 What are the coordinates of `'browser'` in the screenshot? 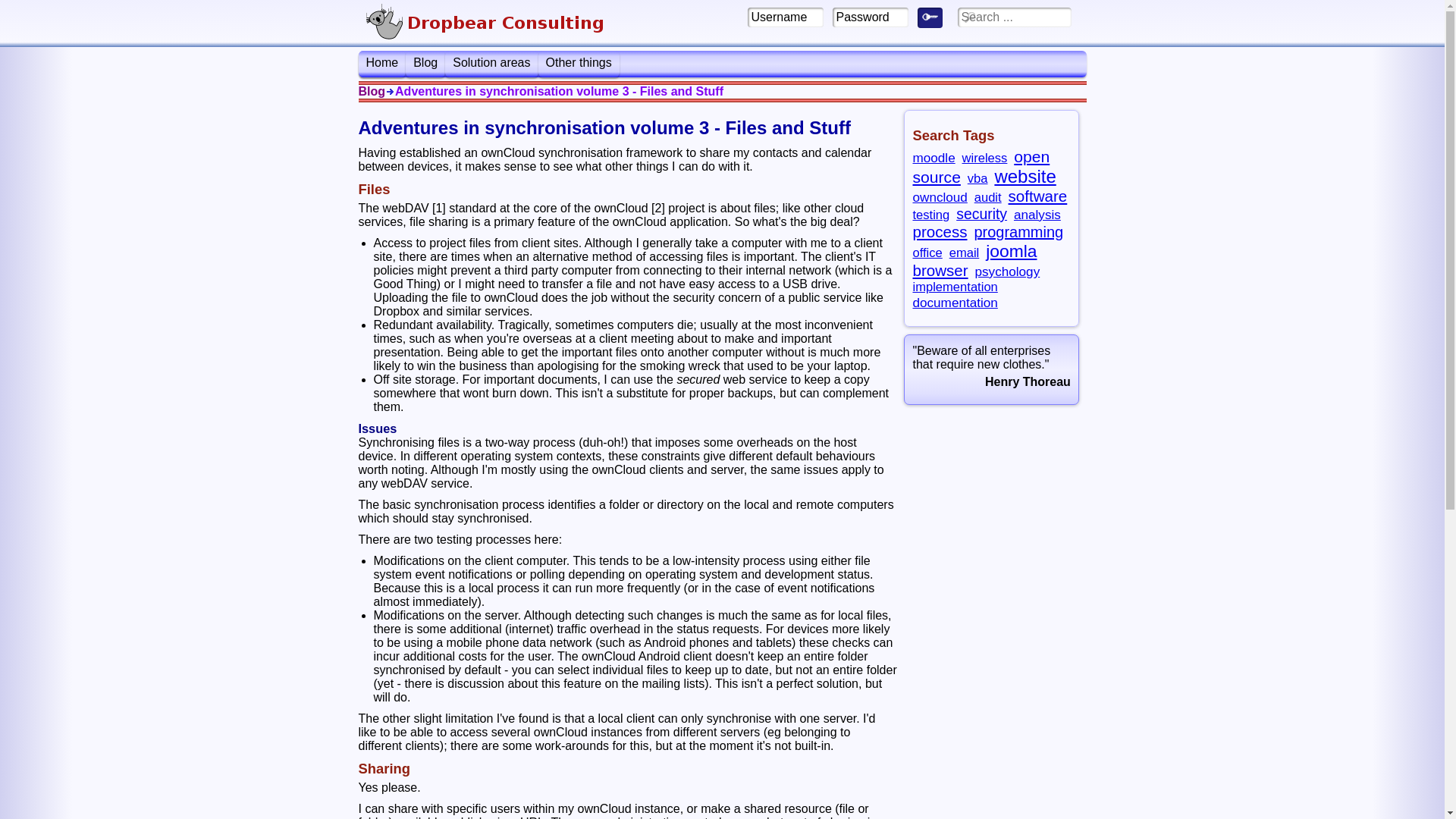 It's located at (939, 269).